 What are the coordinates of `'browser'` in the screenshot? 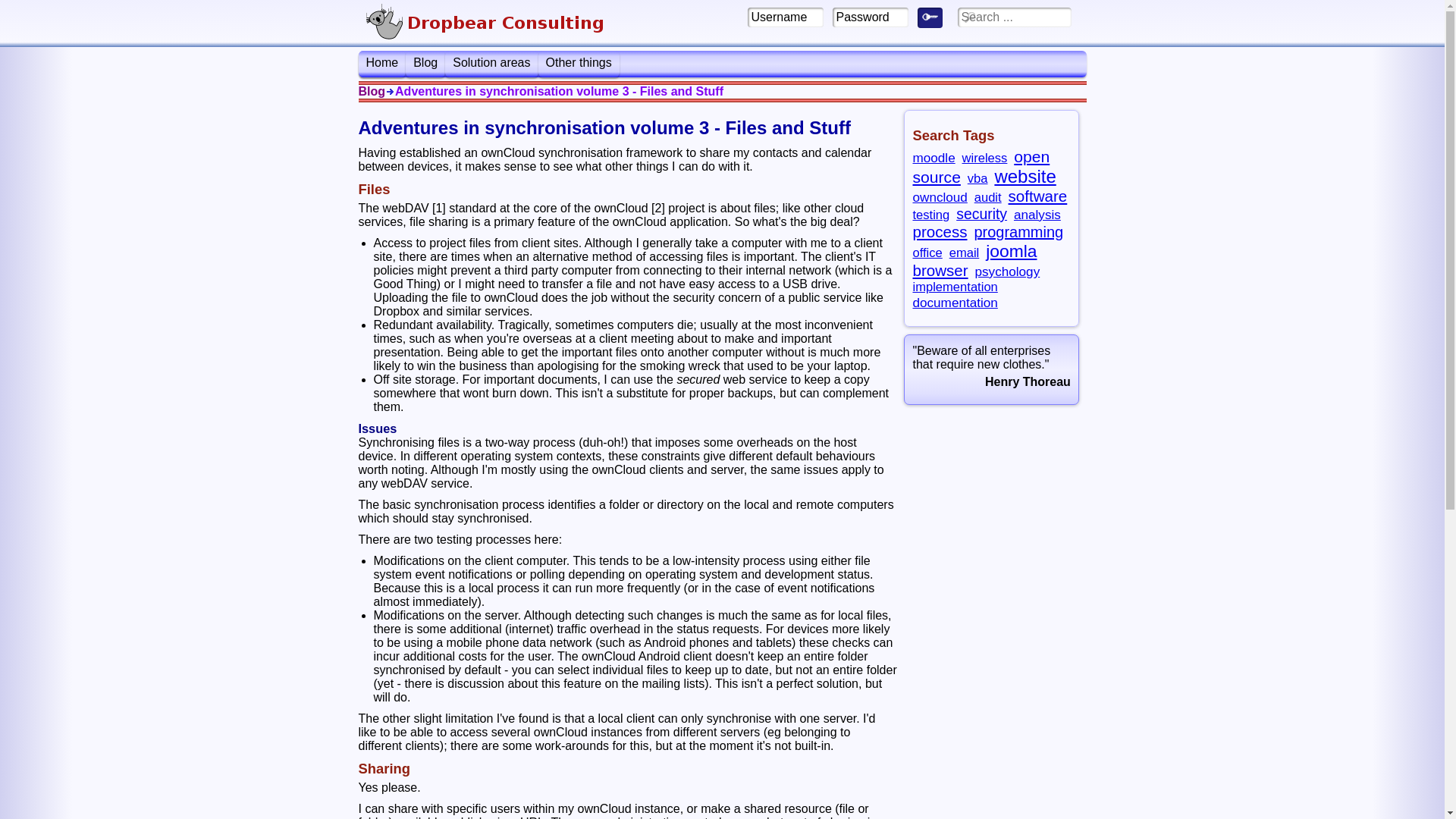 It's located at (939, 269).